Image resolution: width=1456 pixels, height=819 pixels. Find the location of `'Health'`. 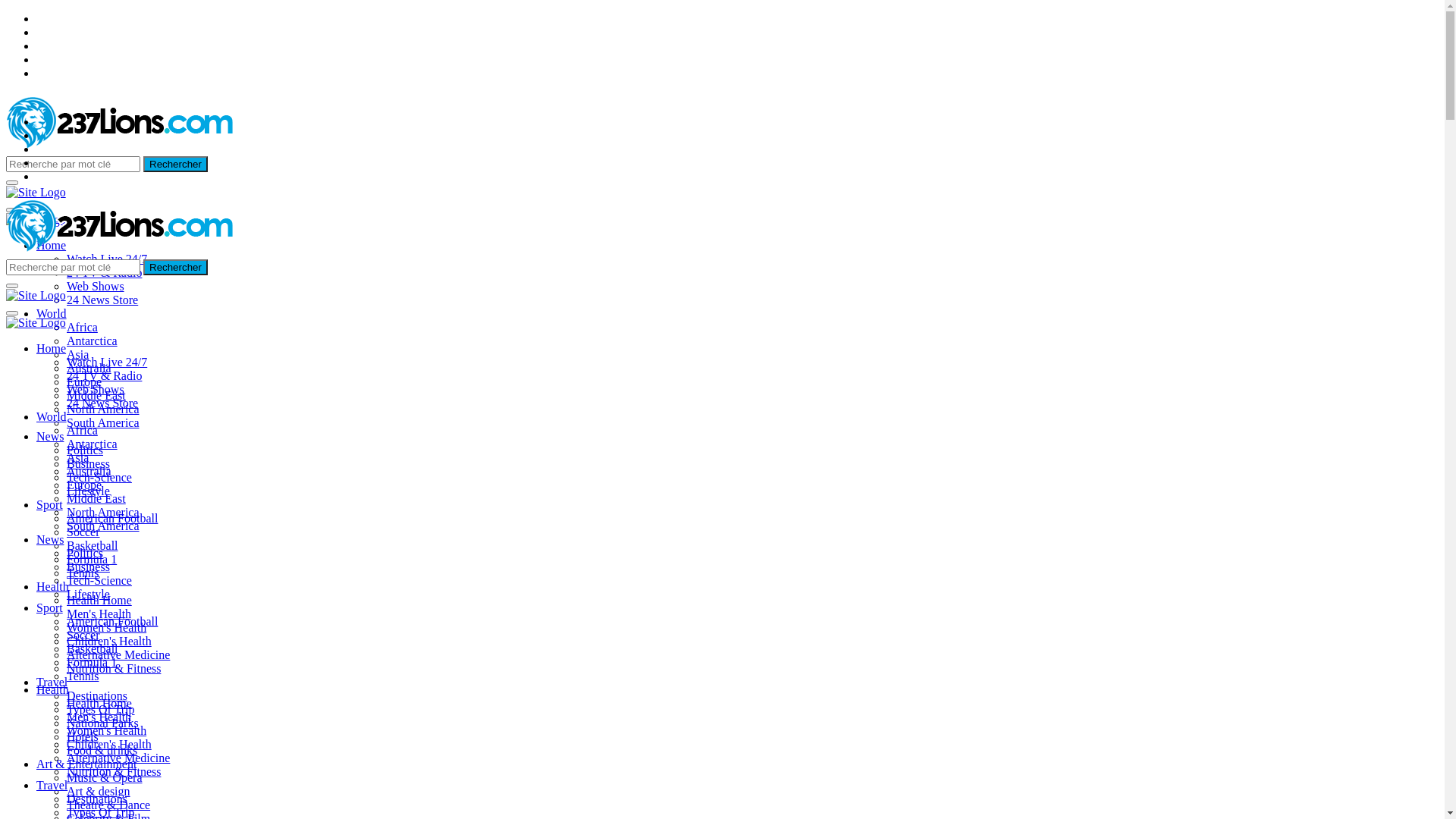

'Health' is located at coordinates (36, 689).